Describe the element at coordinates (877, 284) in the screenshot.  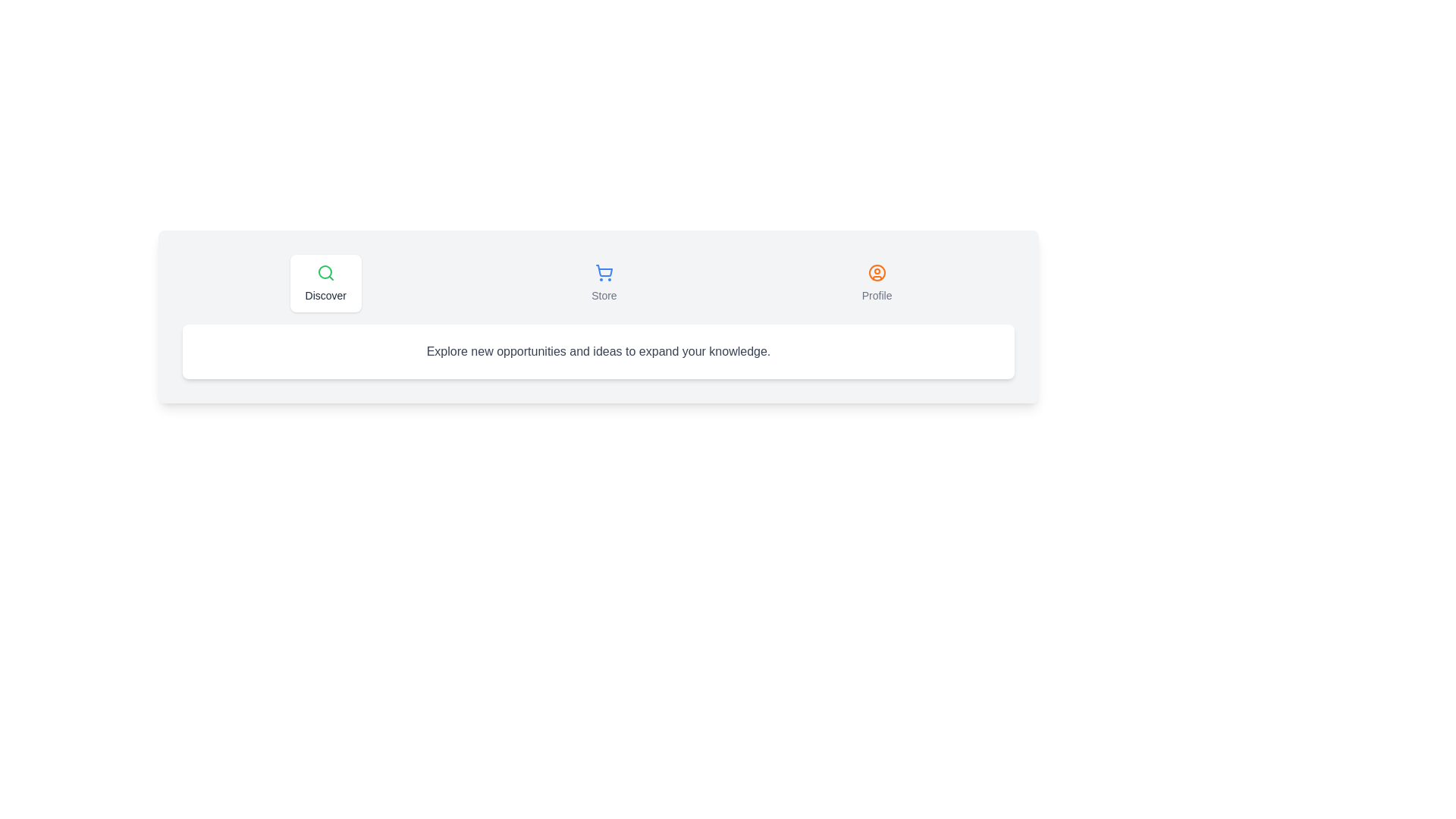
I see `the Profile tab to navigate to its content` at that location.